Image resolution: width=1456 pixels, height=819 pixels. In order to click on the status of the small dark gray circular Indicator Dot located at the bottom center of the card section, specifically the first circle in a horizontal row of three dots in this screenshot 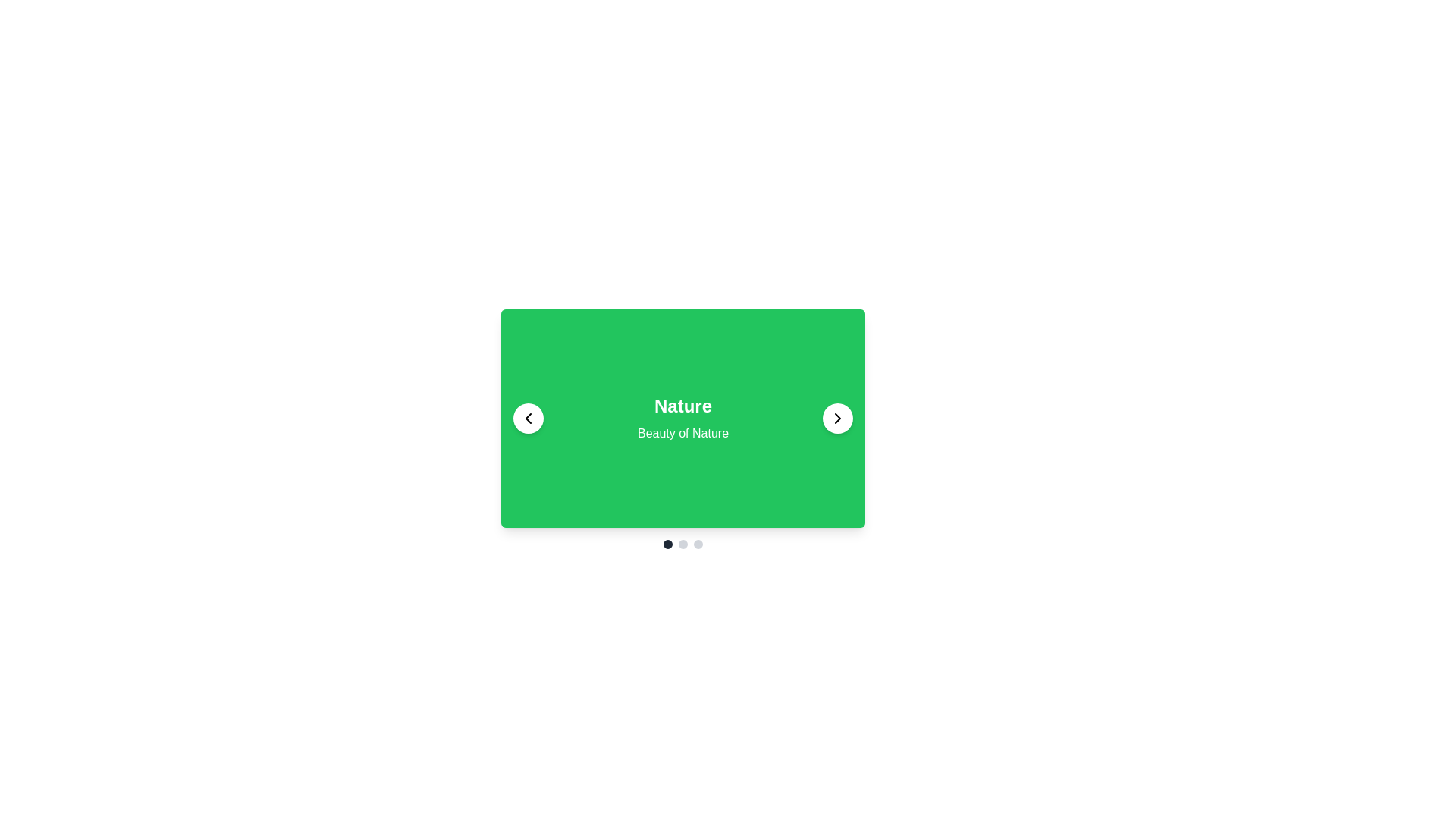, I will do `click(667, 543)`.